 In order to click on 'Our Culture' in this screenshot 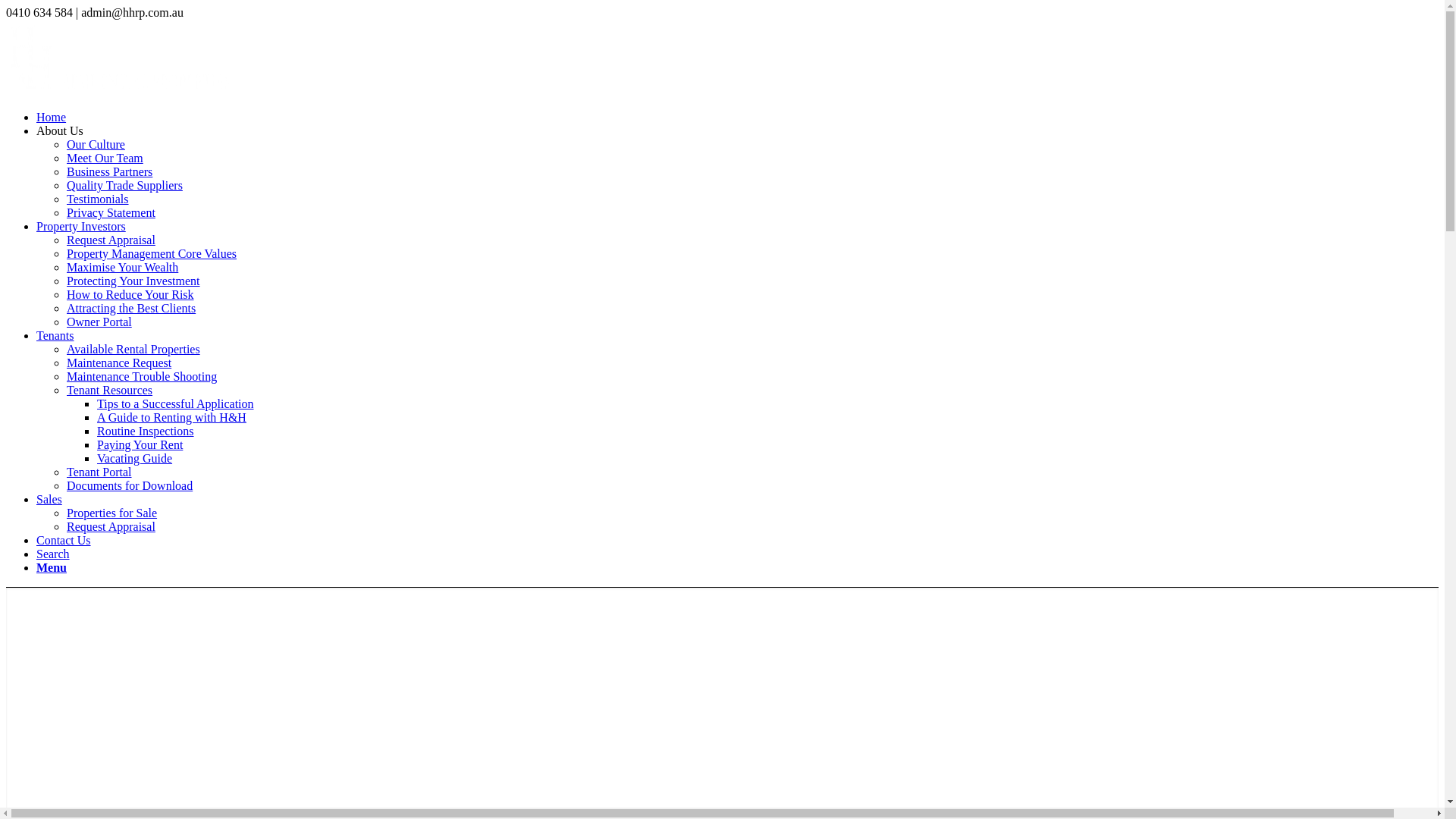, I will do `click(95, 144)`.